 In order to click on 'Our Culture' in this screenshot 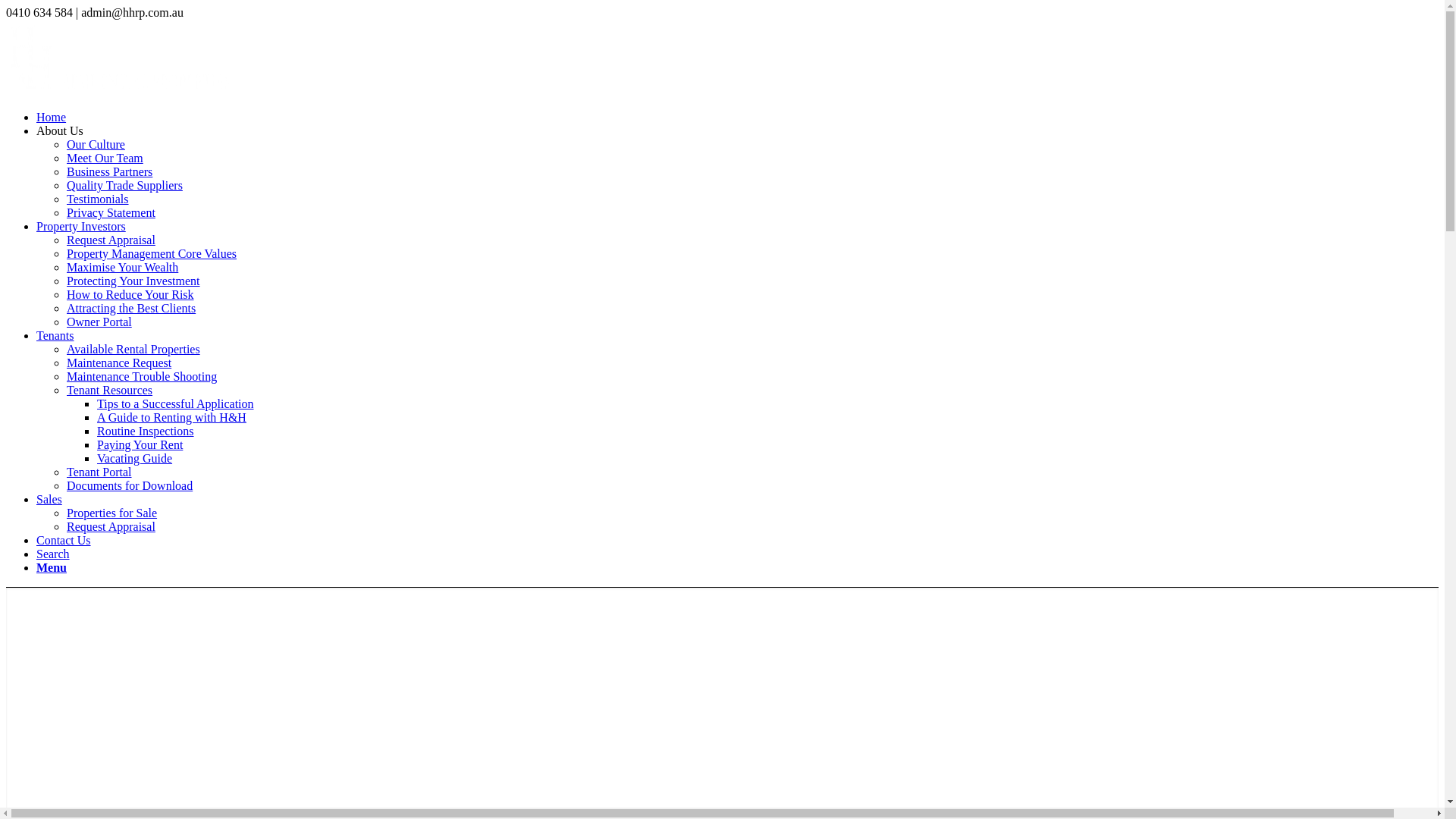, I will do `click(95, 144)`.